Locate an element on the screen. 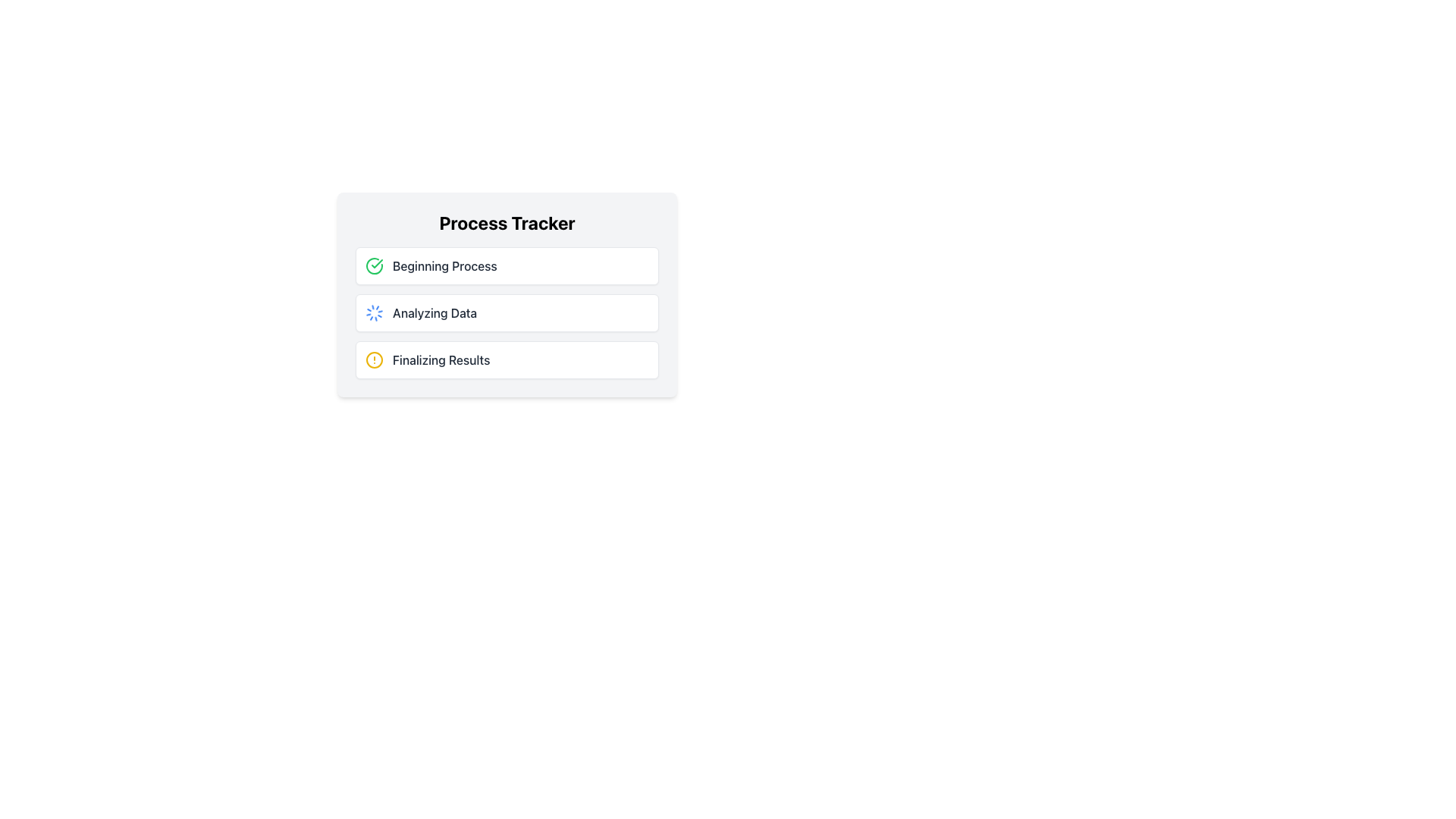 The width and height of the screenshot is (1456, 819). text label indicating the 'Beginning Process' stage, which is the first item in the vertically stacked list under the 'Process Tracker' heading is located at coordinates (430, 265).